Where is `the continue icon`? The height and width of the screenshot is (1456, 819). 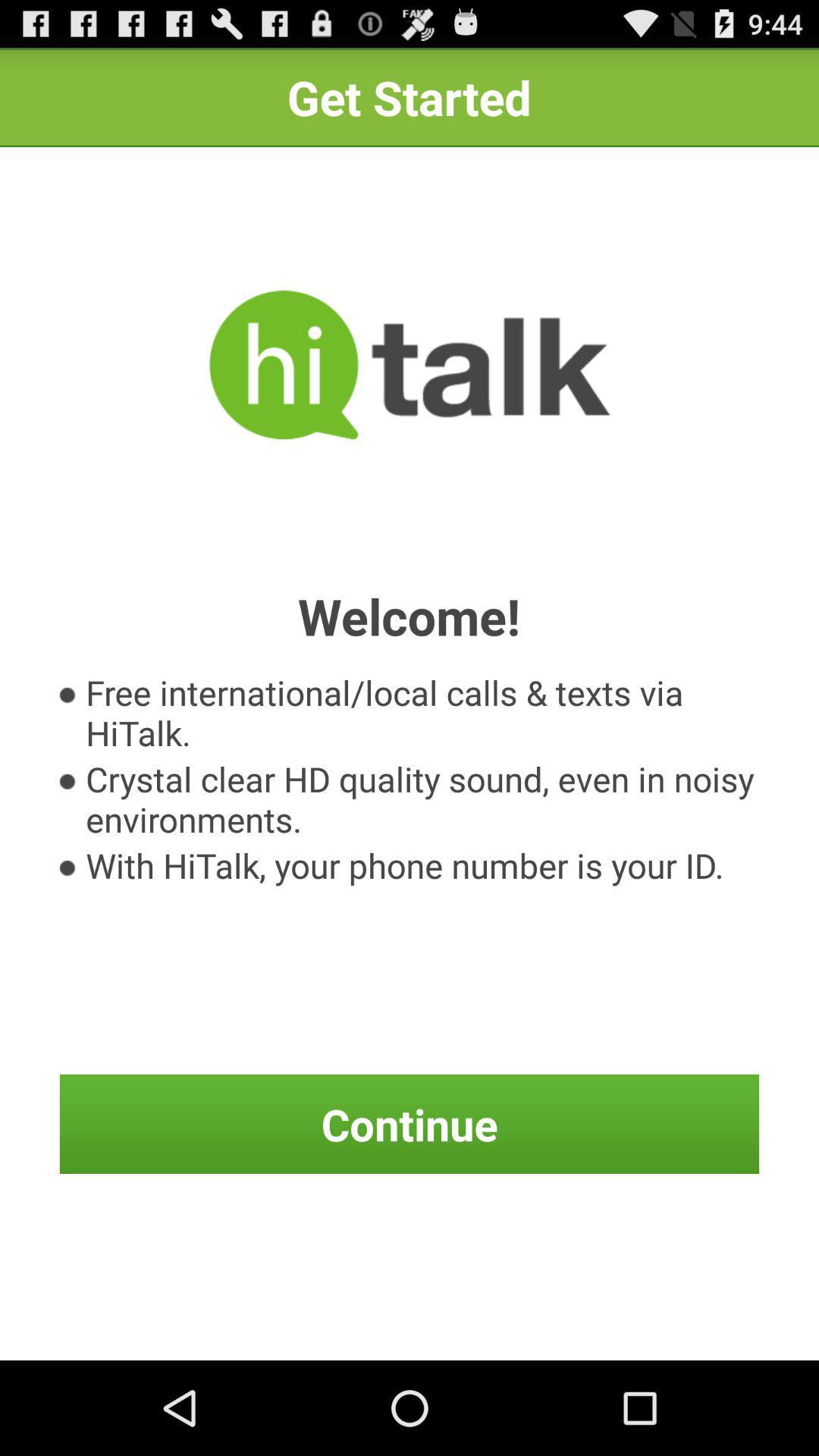
the continue icon is located at coordinates (409, 1124).